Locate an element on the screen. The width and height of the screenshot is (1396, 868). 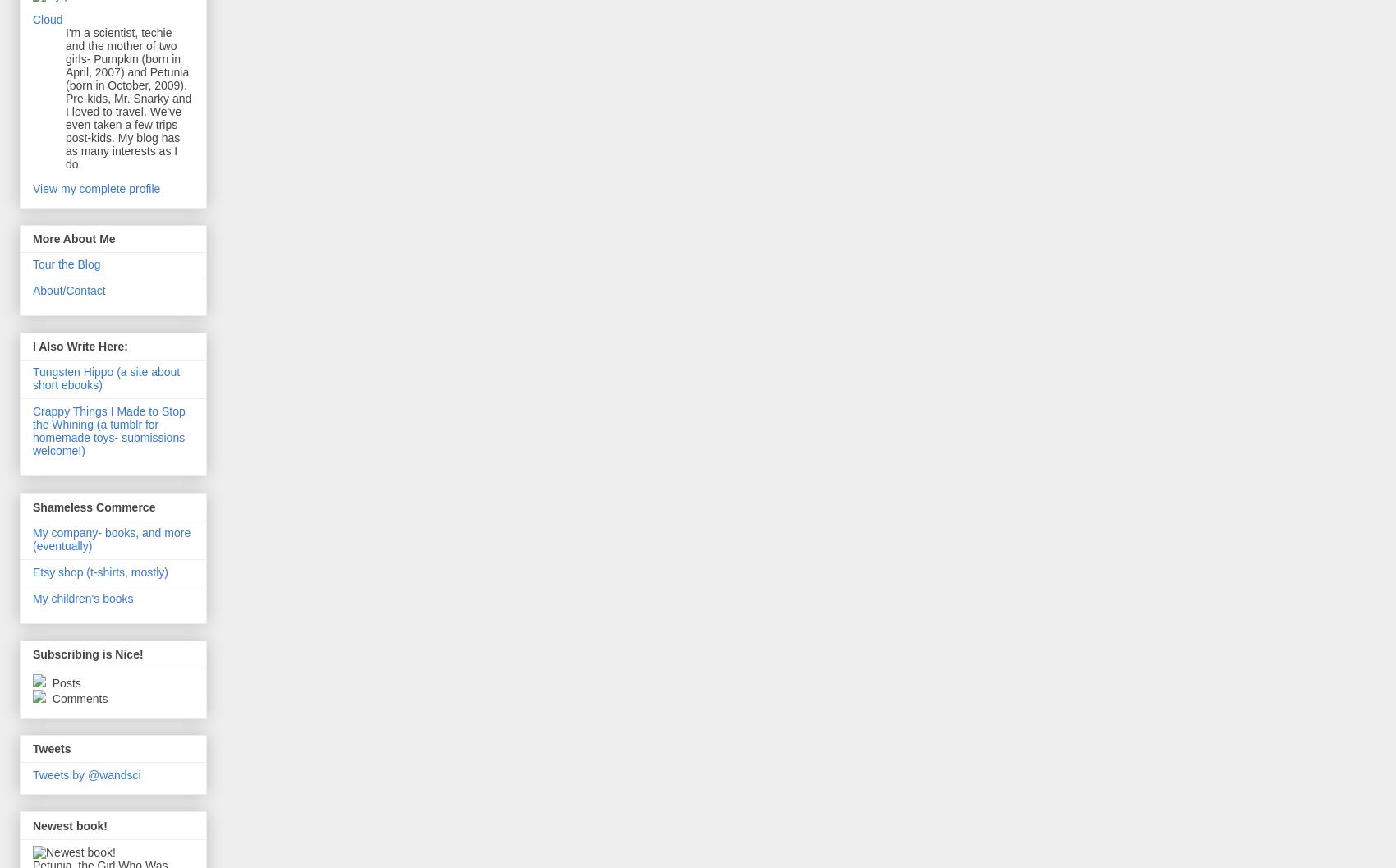
'More About Me' is located at coordinates (73, 237).